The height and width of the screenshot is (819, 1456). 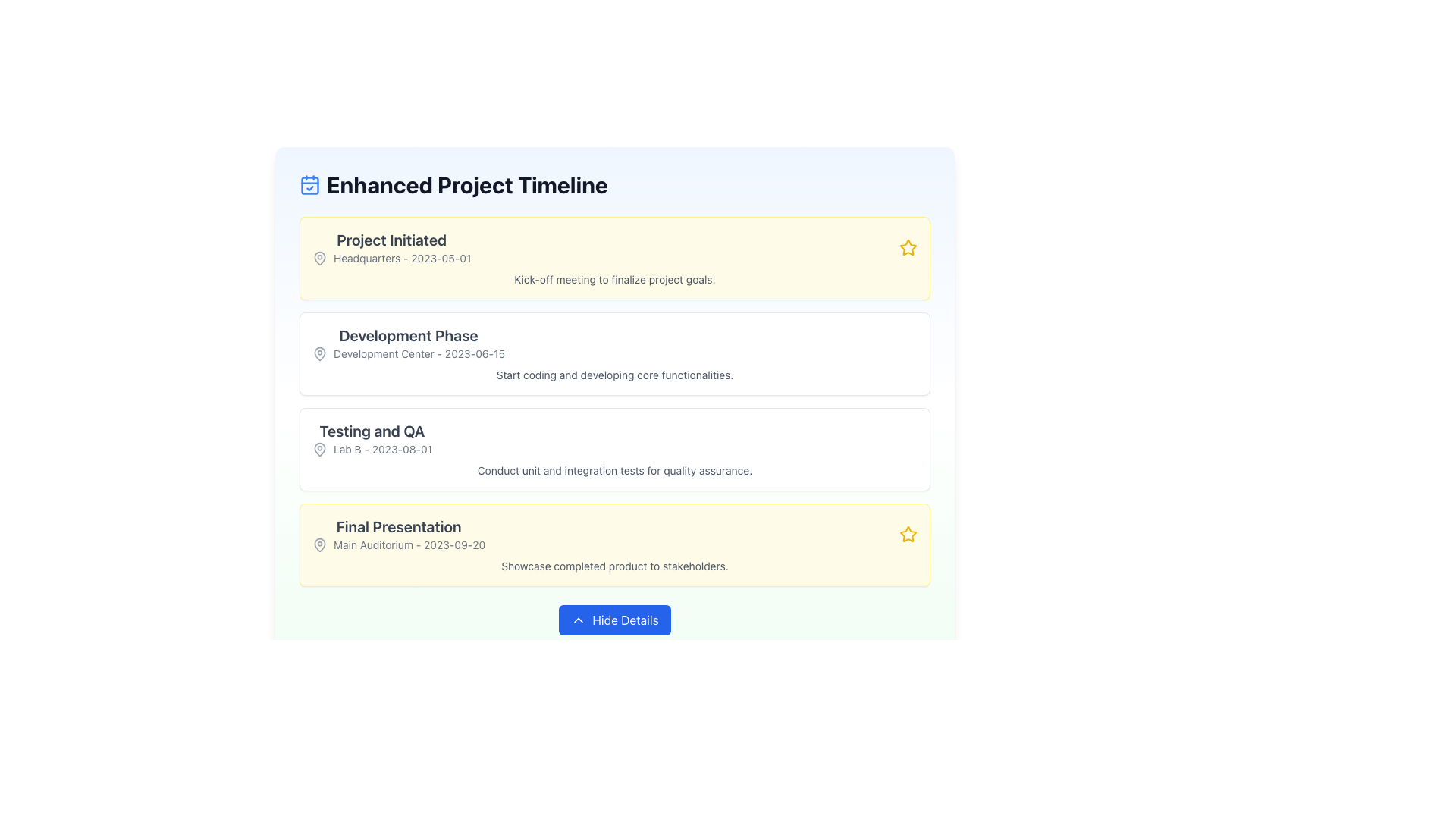 What do you see at coordinates (399, 534) in the screenshot?
I see `the informational text block conveying details about the 'Final Presentation', which is the last item in a list of project milestones within a yellow background section` at bounding box center [399, 534].